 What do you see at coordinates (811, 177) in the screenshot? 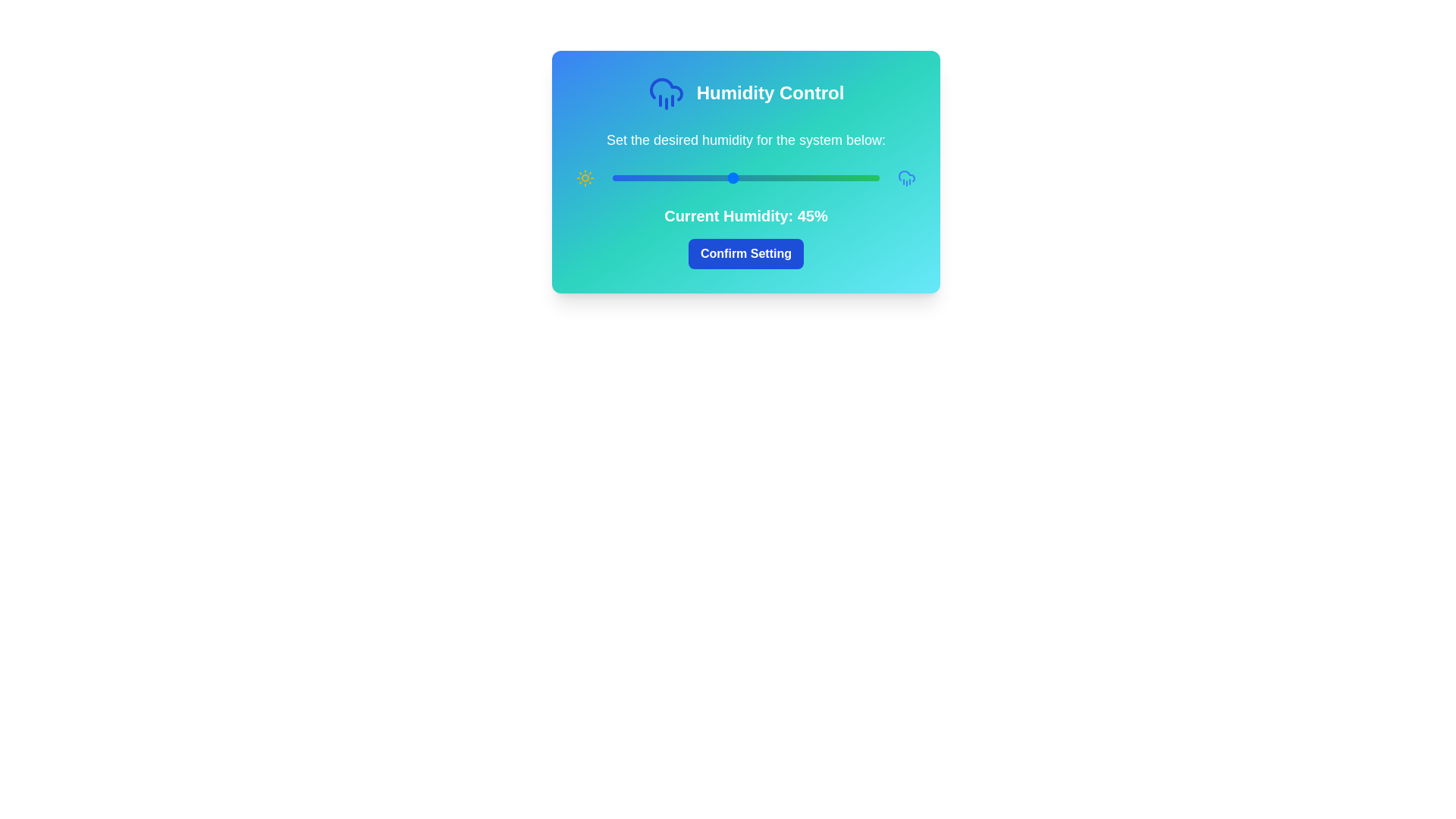
I see `the humidity slider to set the humidity level to 75%` at bounding box center [811, 177].